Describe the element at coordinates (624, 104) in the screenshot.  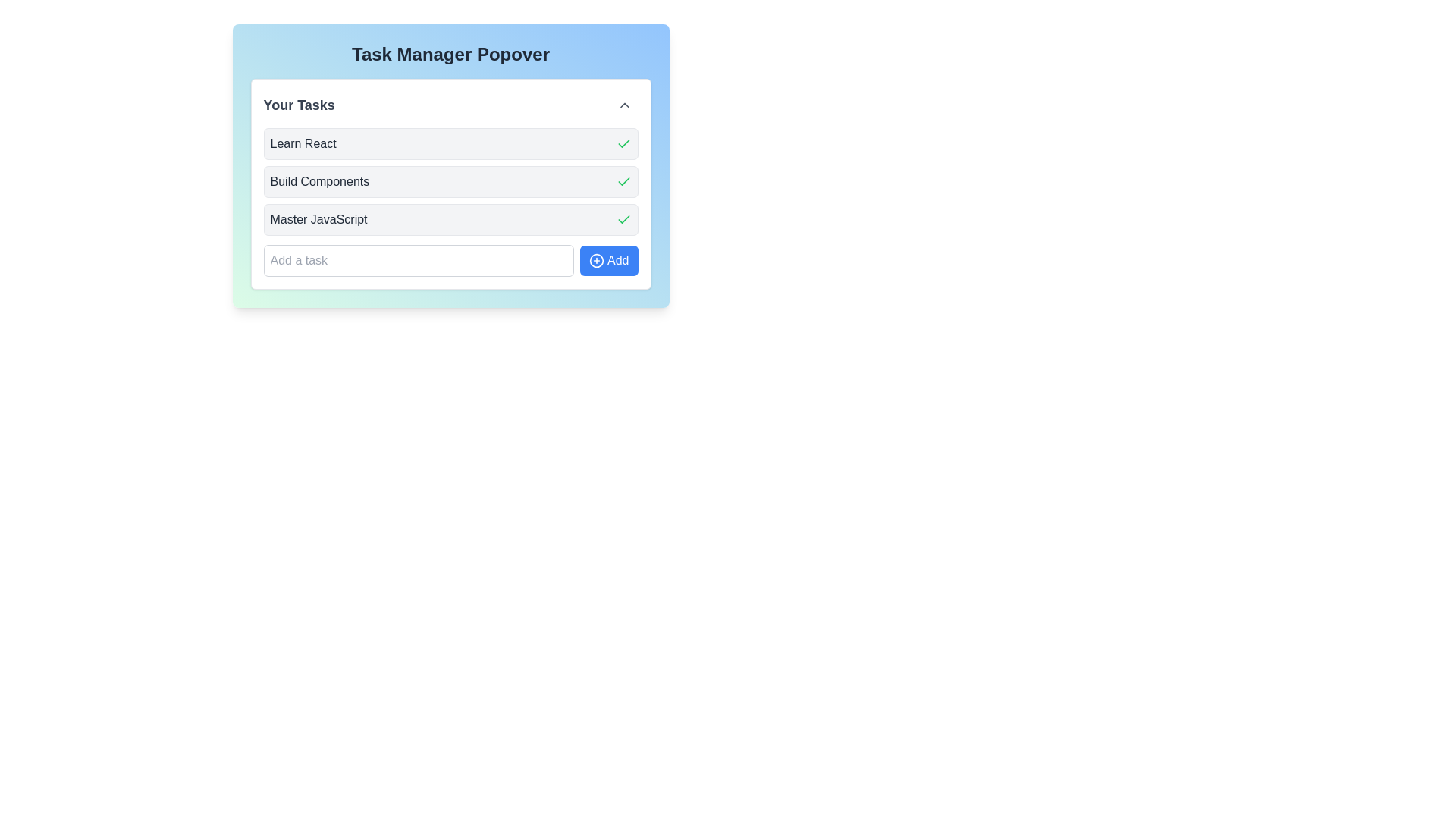
I see `the upward-facing chevron arrow button outlined in dark gray` at that location.